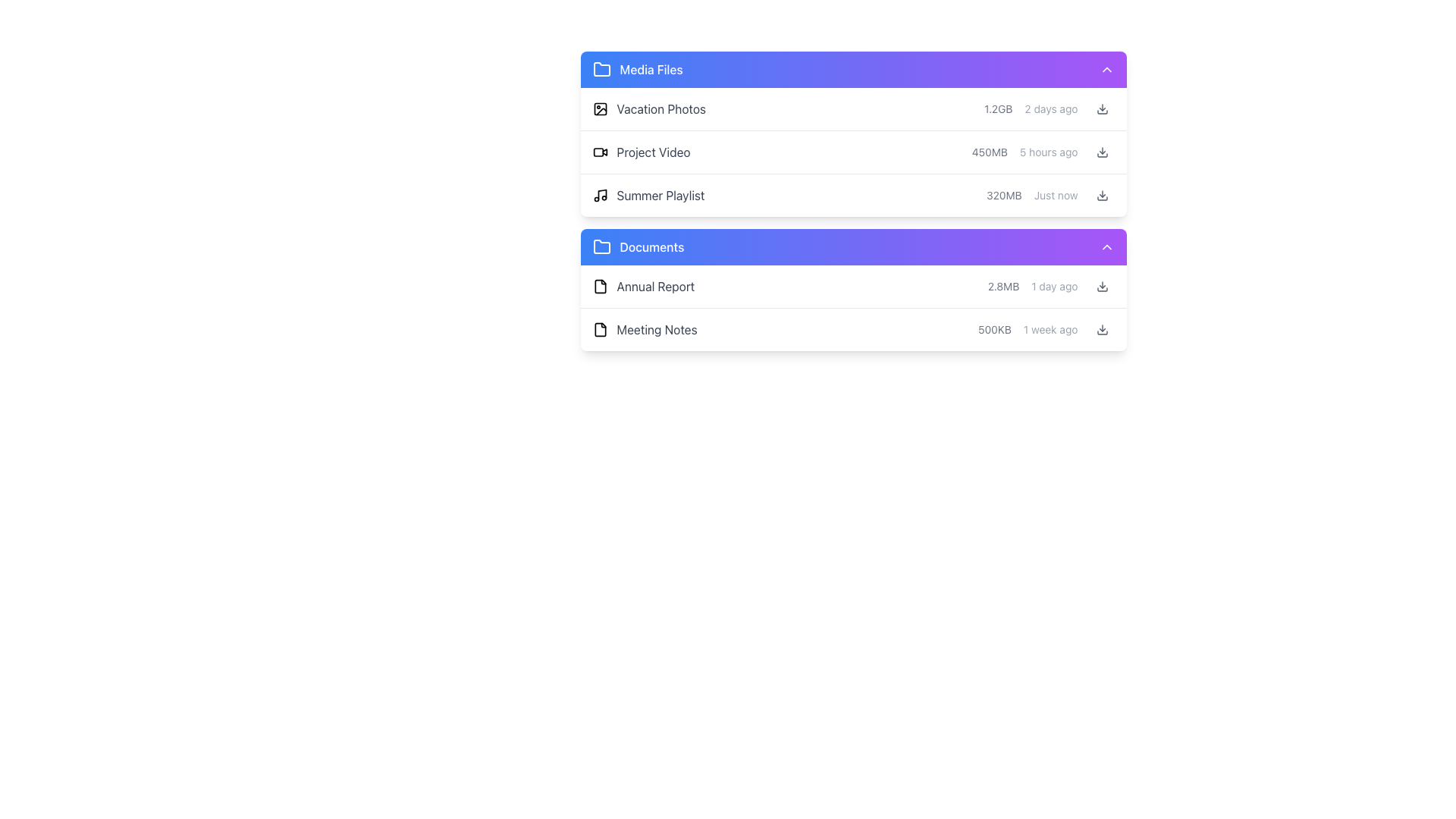 The width and height of the screenshot is (1456, 819). Describe the element at coordinates (651, 70) in the screenshot. I see `the 'Media Files' static text element, which is styled in white text on a blue-purple gradient background, positioned to the right of an SVG folder icon` at that location.